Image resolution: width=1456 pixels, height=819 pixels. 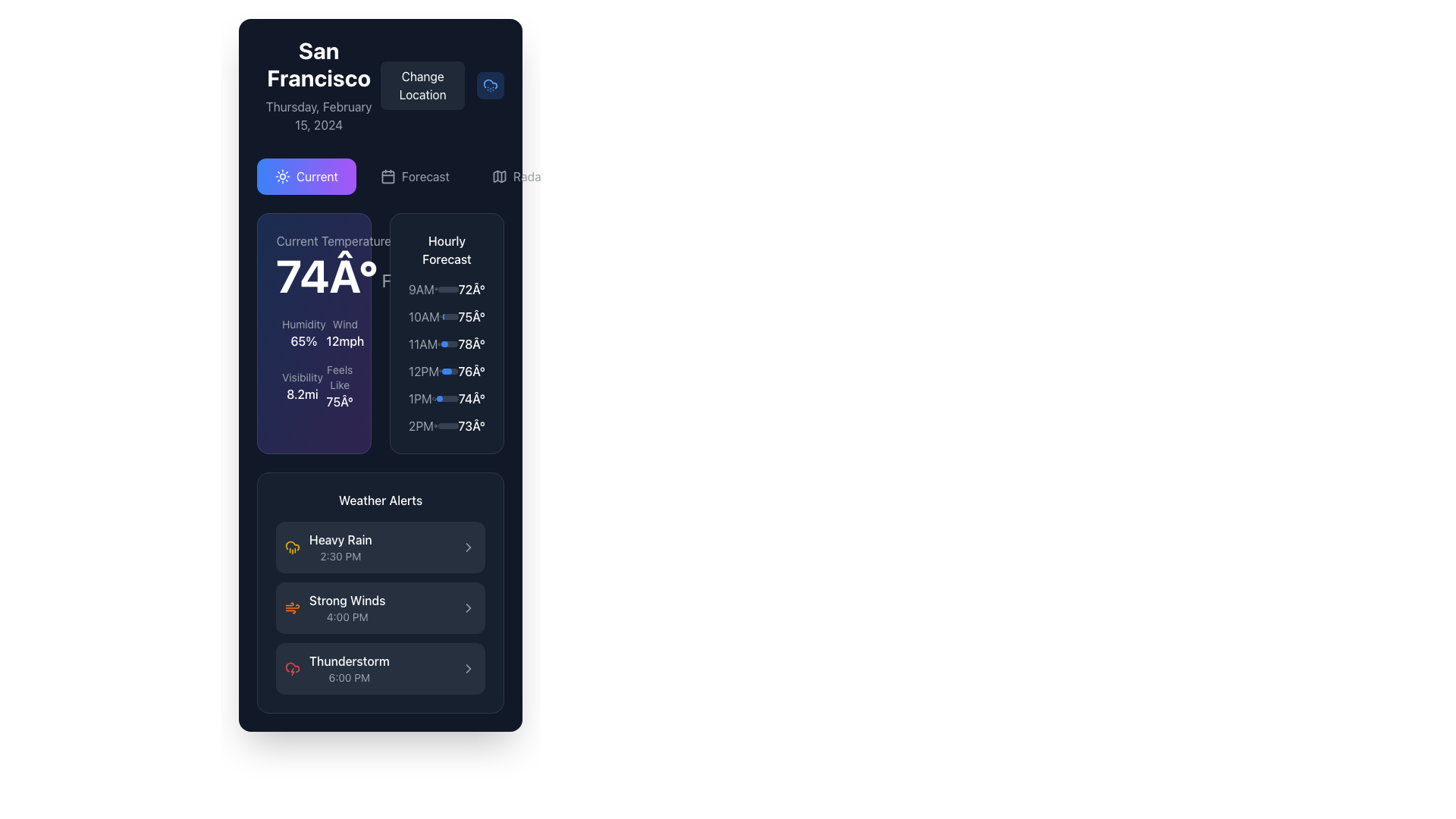 I want to click on the weather metrics grid element located in the first column, second row, so click(x=313, y=363).